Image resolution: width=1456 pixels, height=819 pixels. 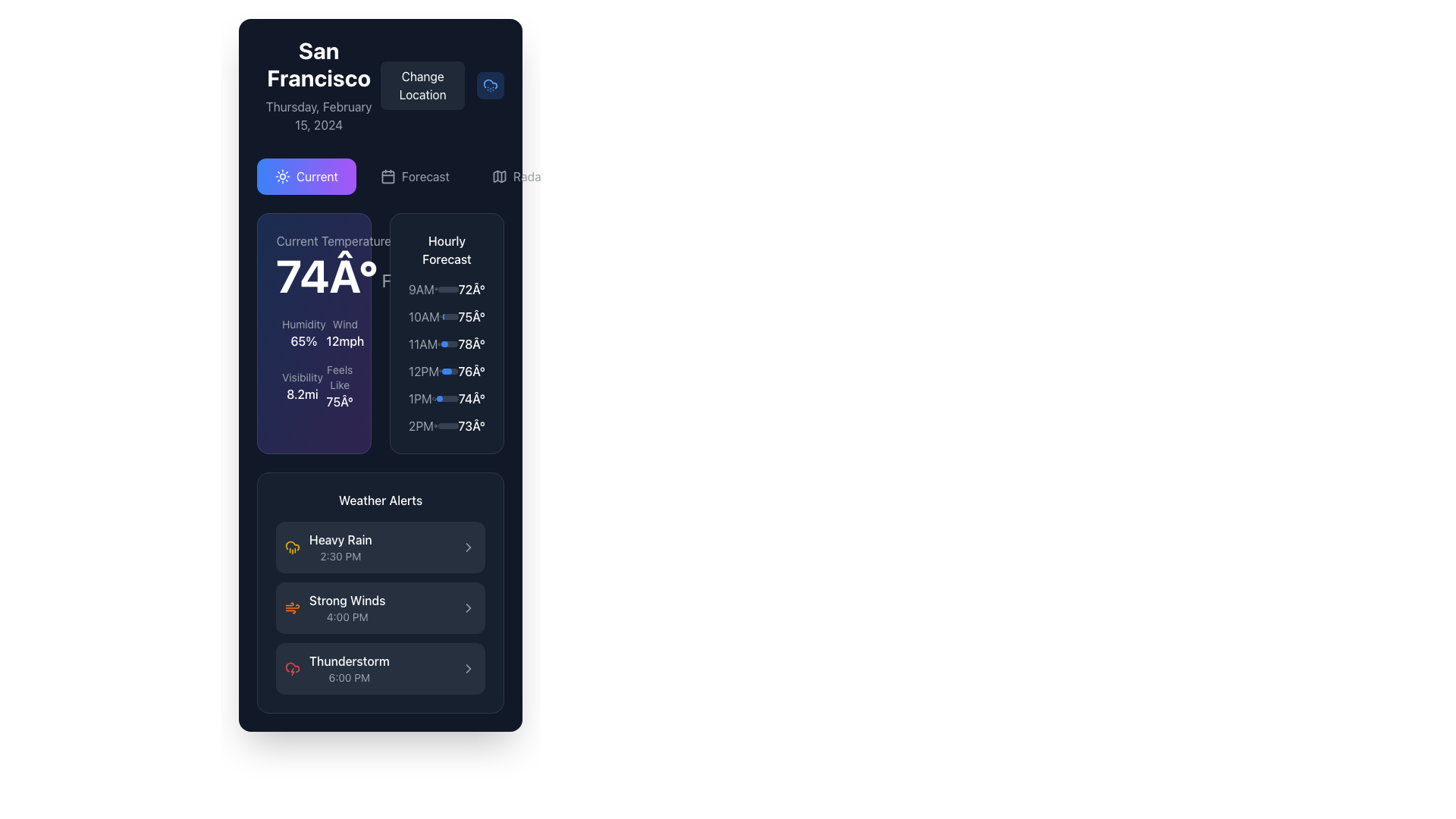 I want to click on the weather metrics grid element located in the first column, second row, so click(x=313, y=363).